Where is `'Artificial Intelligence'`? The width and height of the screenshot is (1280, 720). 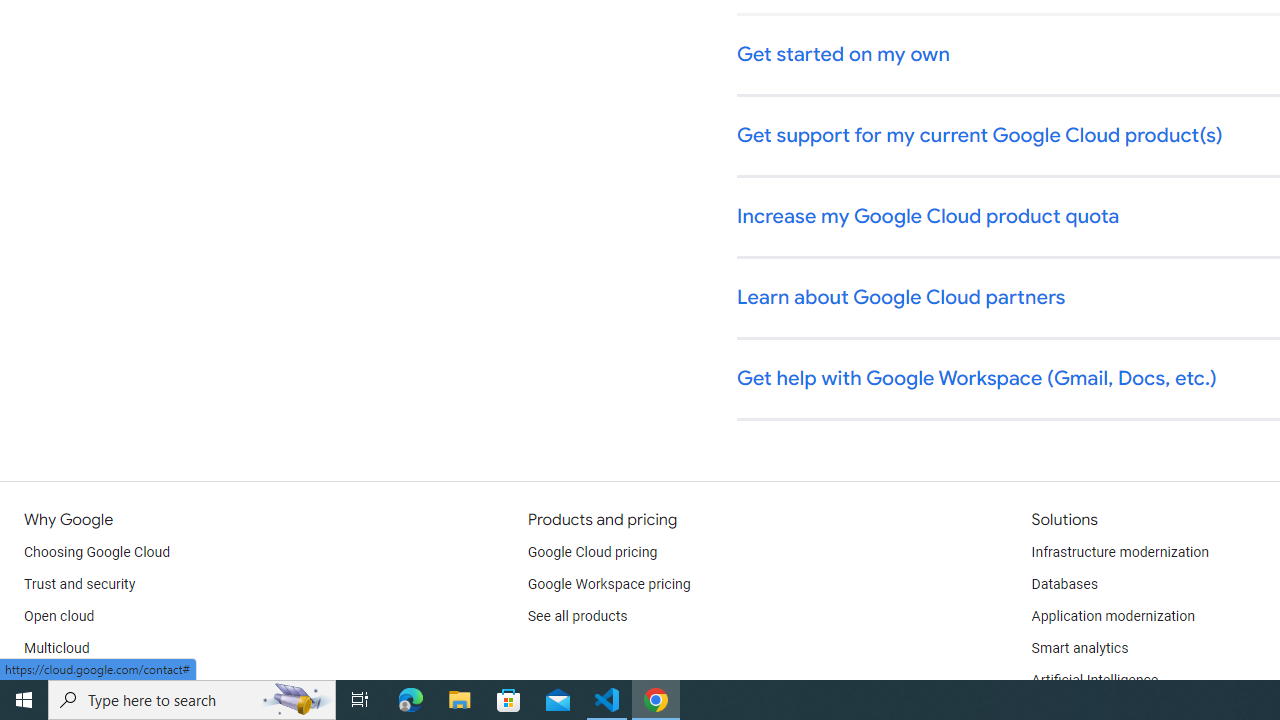 'Artificial Intelligence' is located at coordinates (1093, 680).